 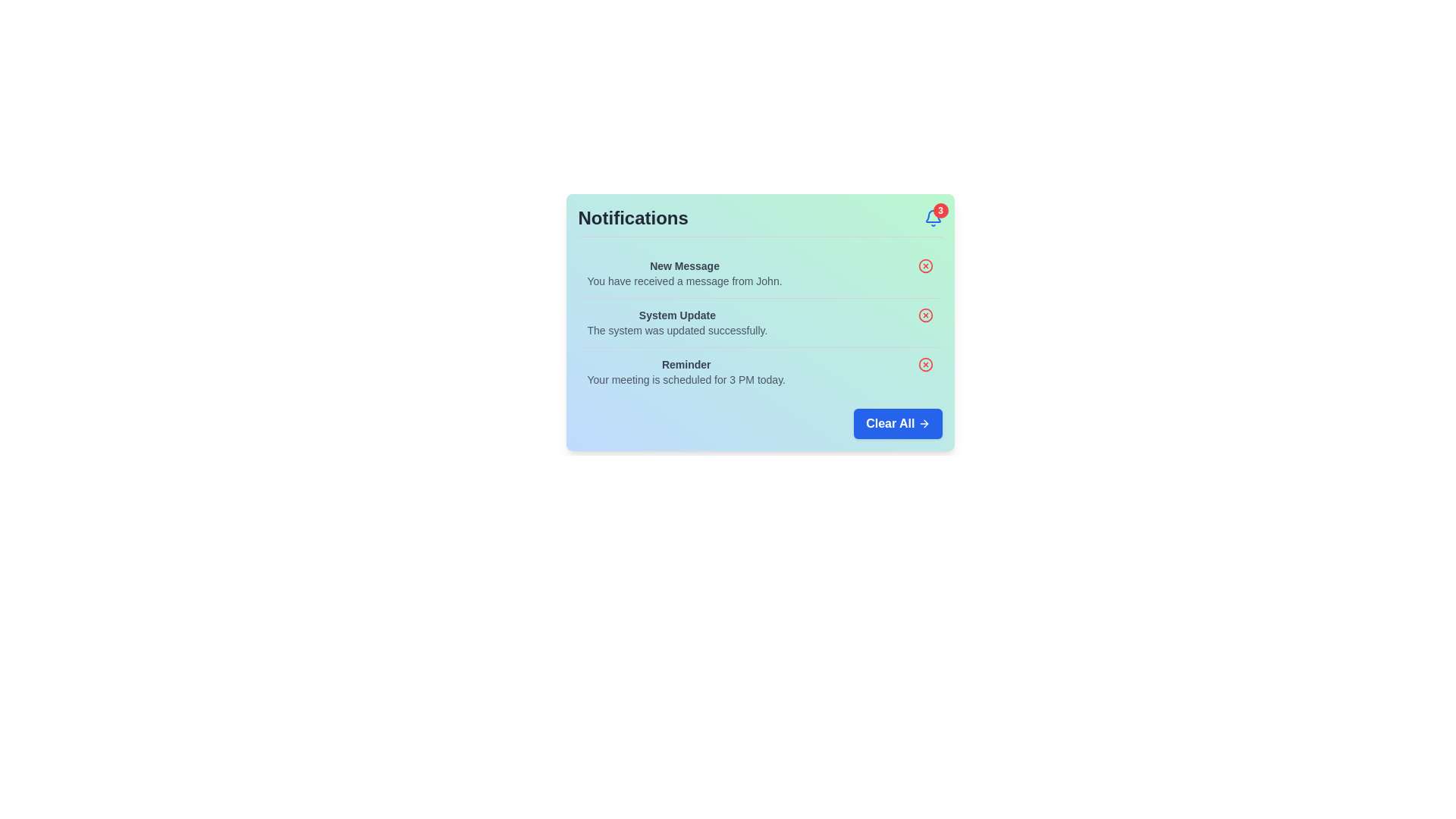 I want to click on 'System Update' text label, which is a bold, small-sized header in gray color located at the top of the second notification entry, so click(x=676, y=315).